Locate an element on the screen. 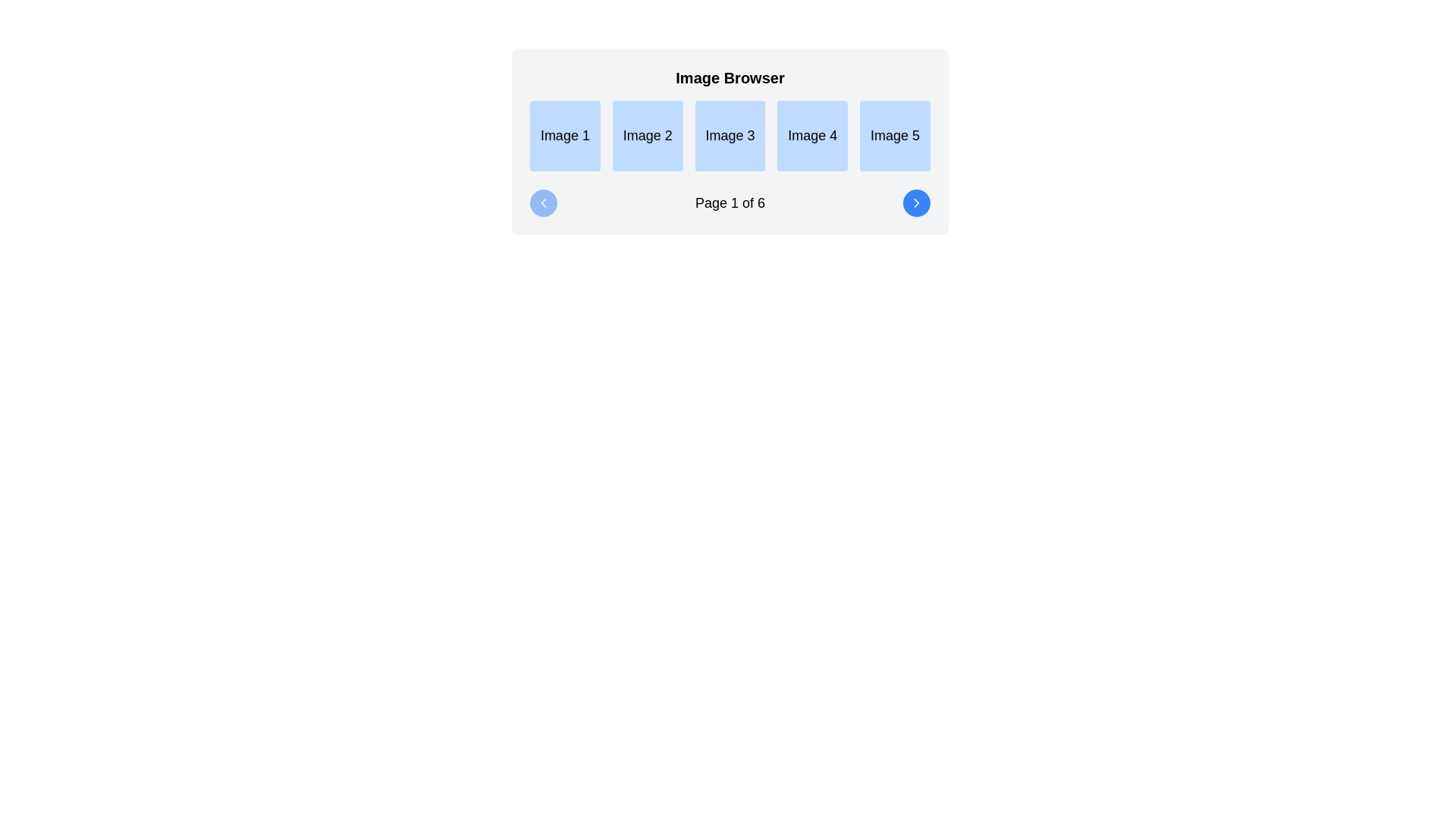 Image resolution: width=1456 pixels, height=819 pixels. the light blue button labeled 'Image 1', which is the leftmost item in a row of five boxes is located at coordinates (564, 135).